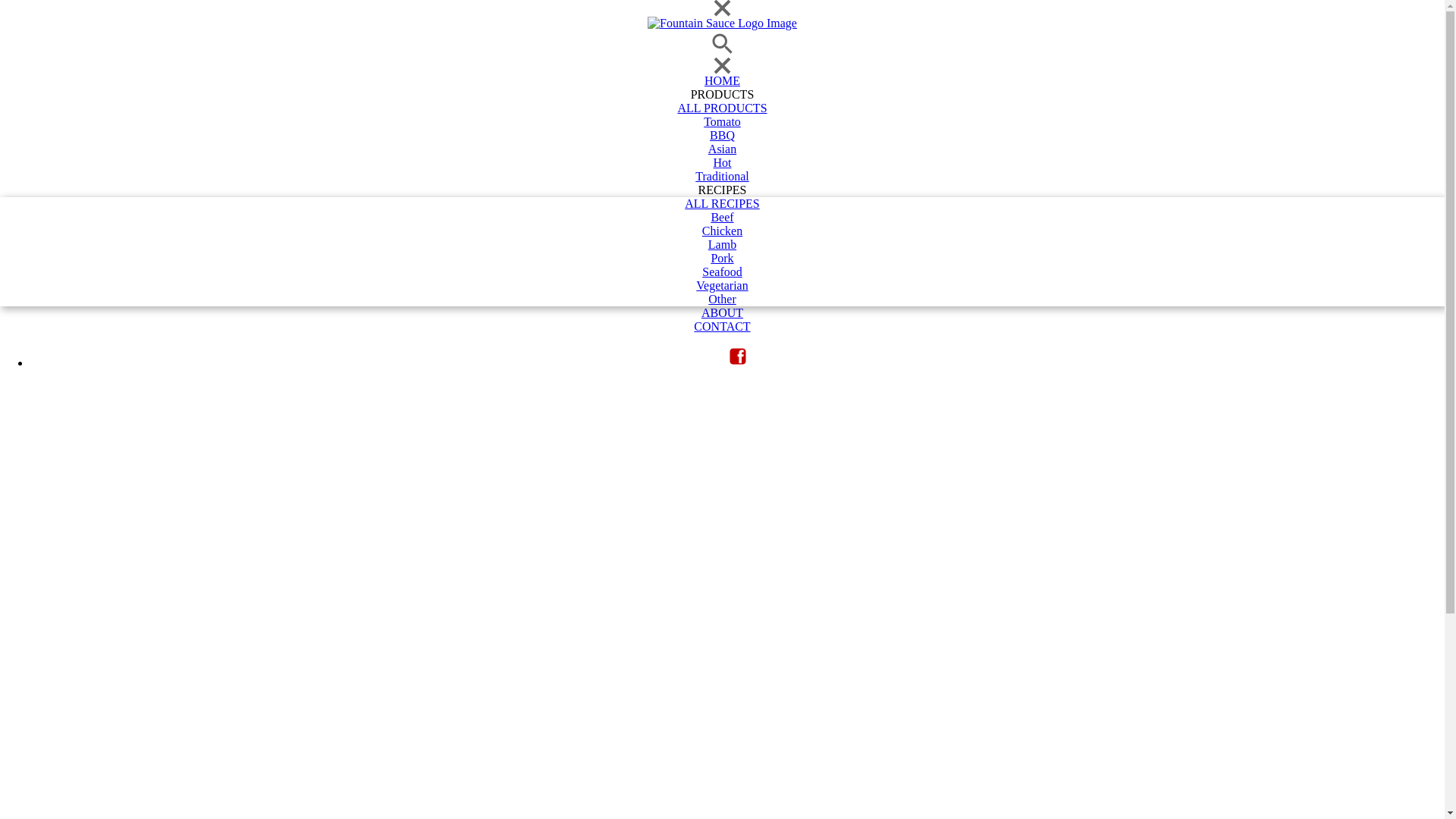  Describe the element at coordinates (721, 134) in the screenshot. I see `'BBQ'` at that location.